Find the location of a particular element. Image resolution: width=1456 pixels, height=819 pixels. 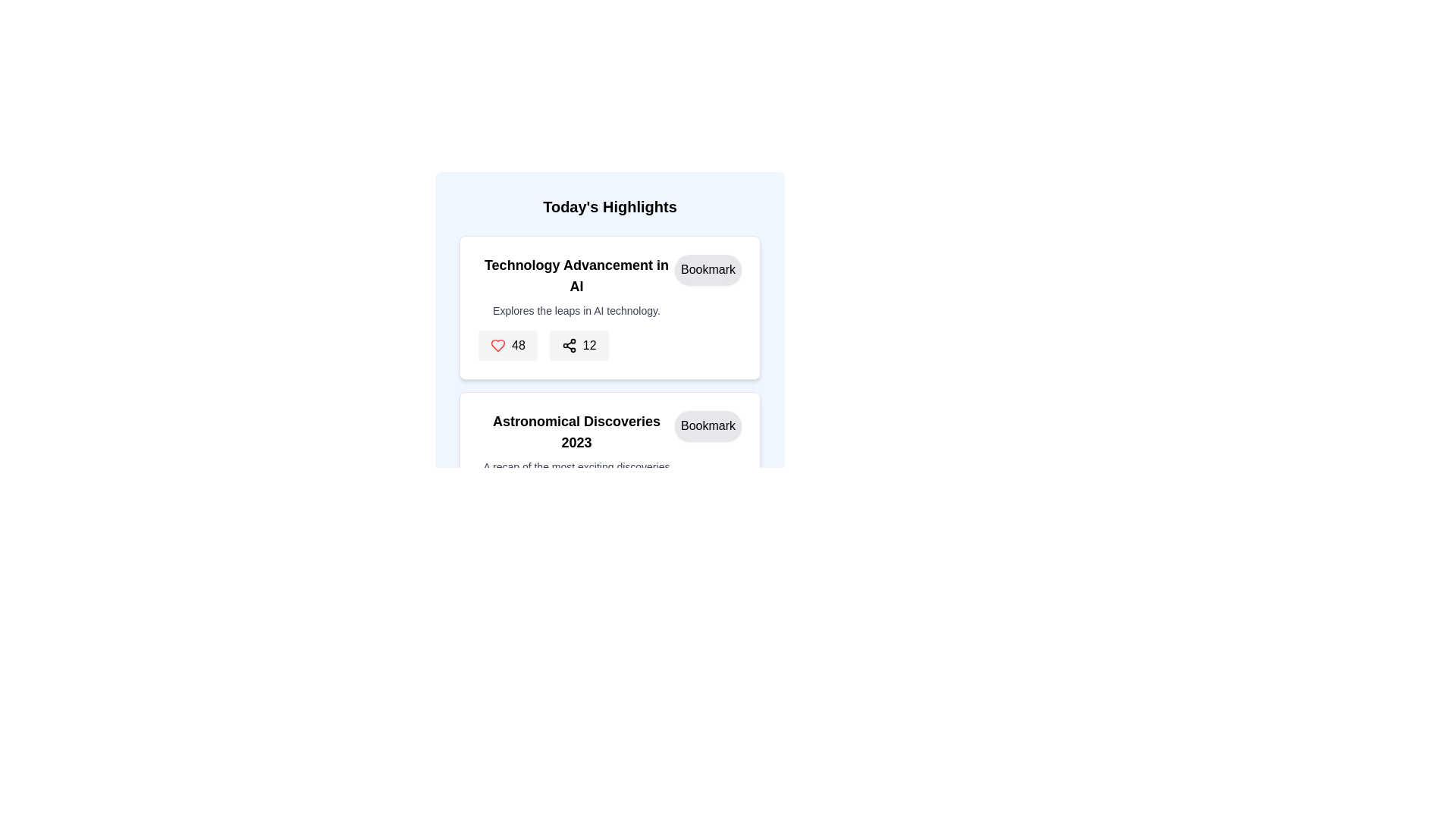

bold textual heading 'Technology Advancement in AI' located at the top of the 'Today's Highlights' card section is located at coordinates (576, 275).